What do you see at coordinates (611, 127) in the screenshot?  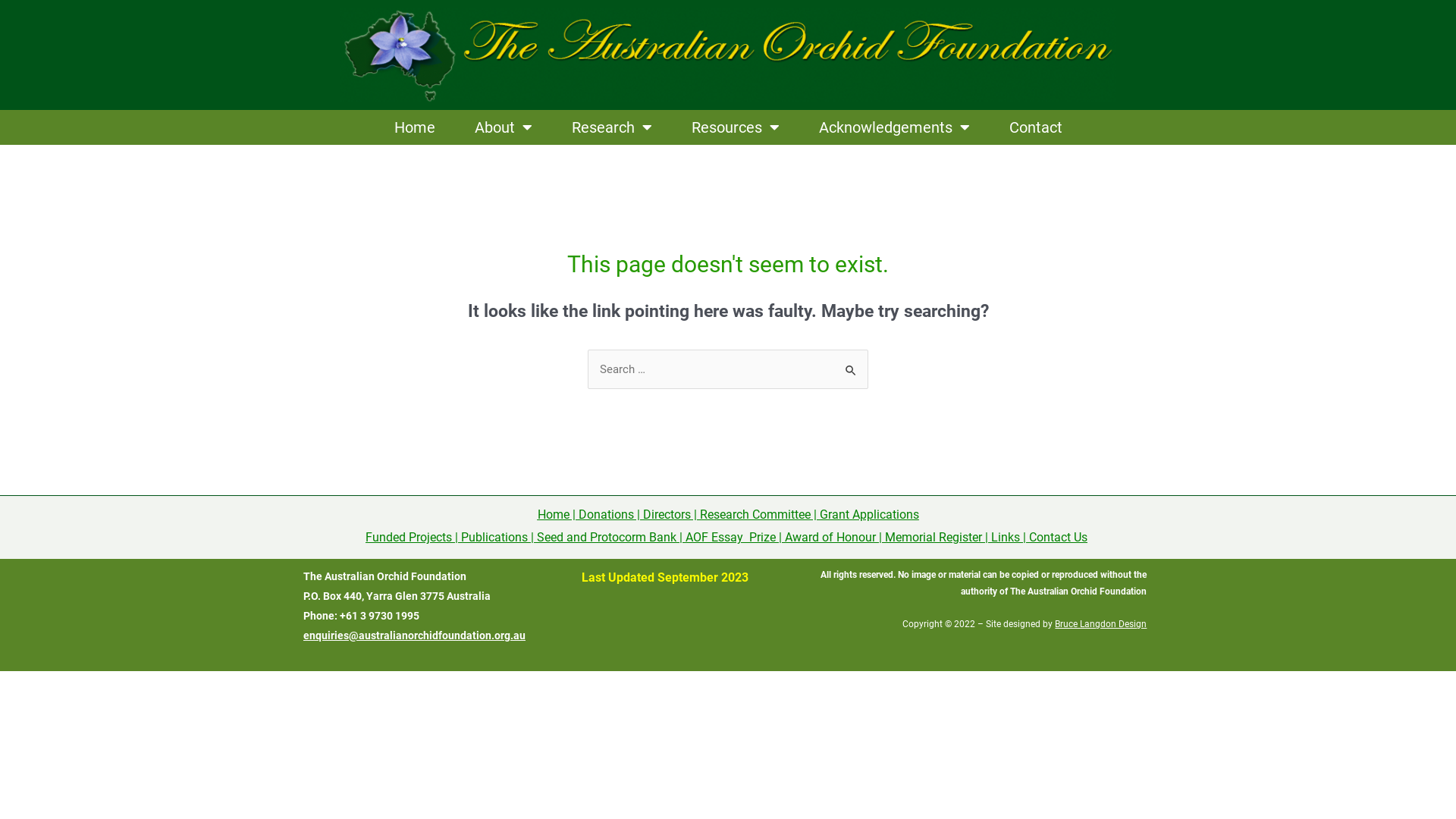 I see `'Research'` at bounding box center [611, 127].